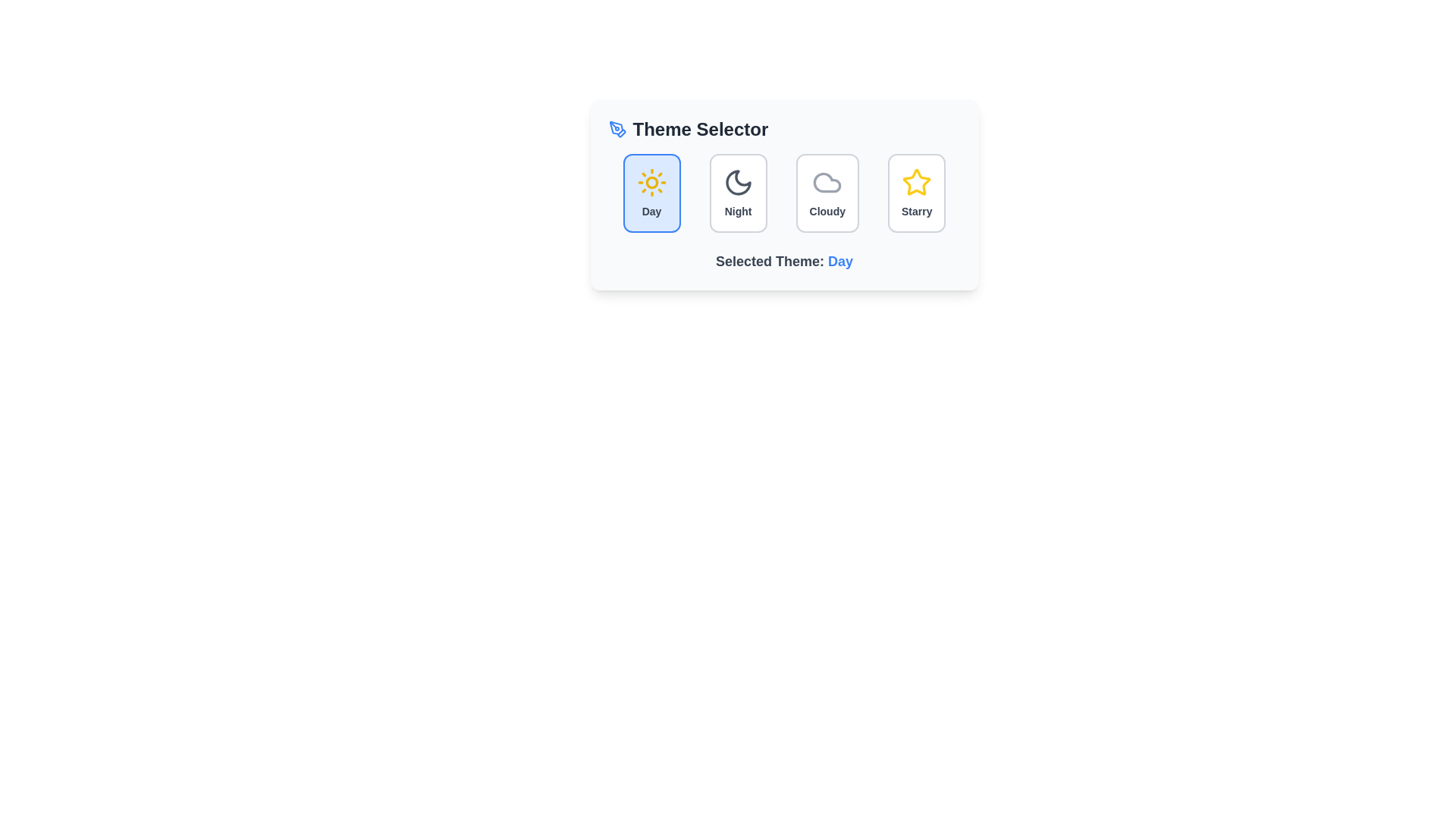 This screenshot has width=1456, height=819. Describe the element at coordinates (738, 192) in the screenshot. I see `the 'Night' theme button, which is a rectangular selection box with a moon icon and a bold gray 'Night' label below it, located within the 'Theme Selector' panel` at that location.